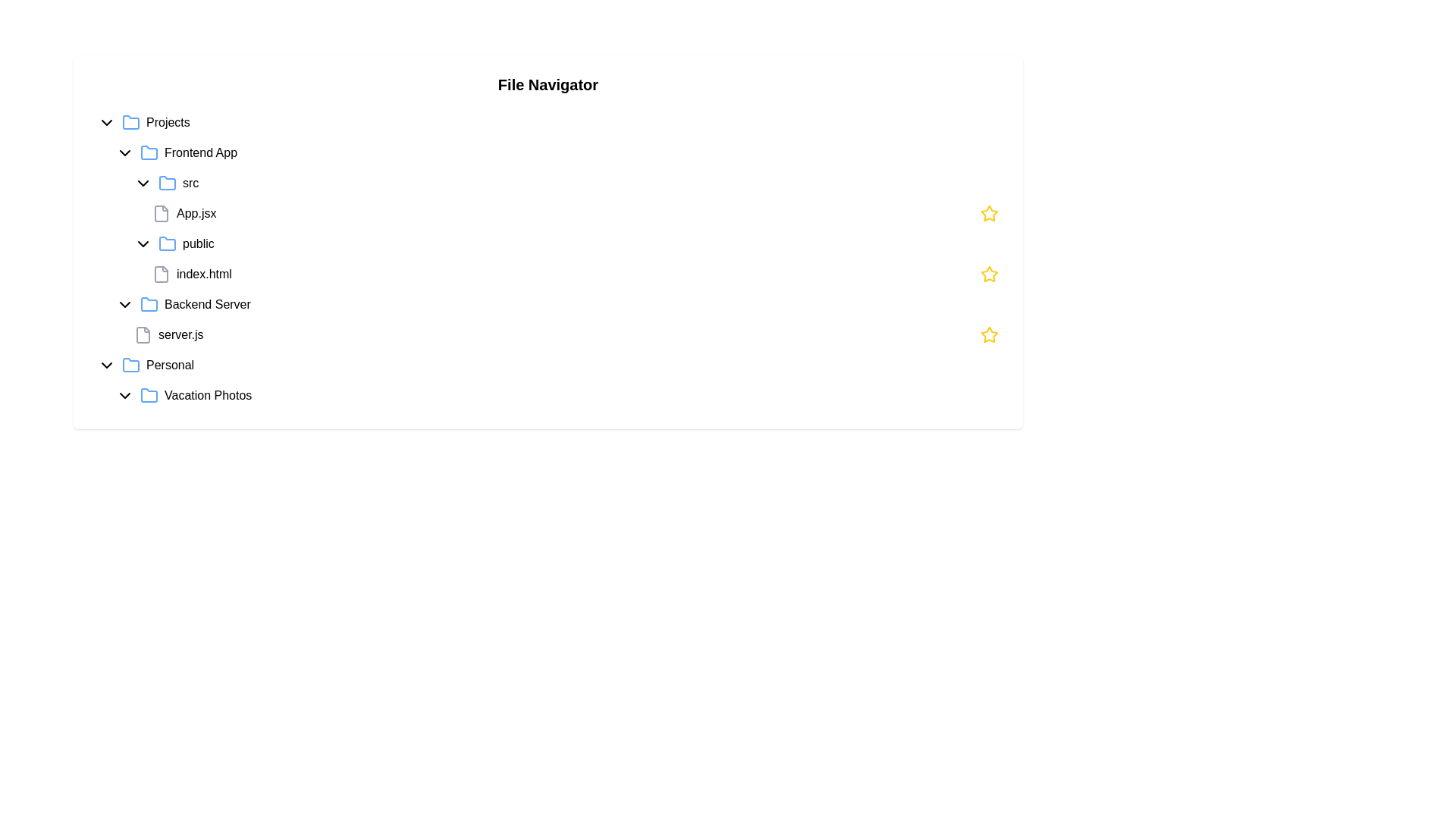 The height and width of the screenshot is (819, 1456). I want to click on the file icon representing 'App.jsx' located under the 'src' folder, so click(161, 213).